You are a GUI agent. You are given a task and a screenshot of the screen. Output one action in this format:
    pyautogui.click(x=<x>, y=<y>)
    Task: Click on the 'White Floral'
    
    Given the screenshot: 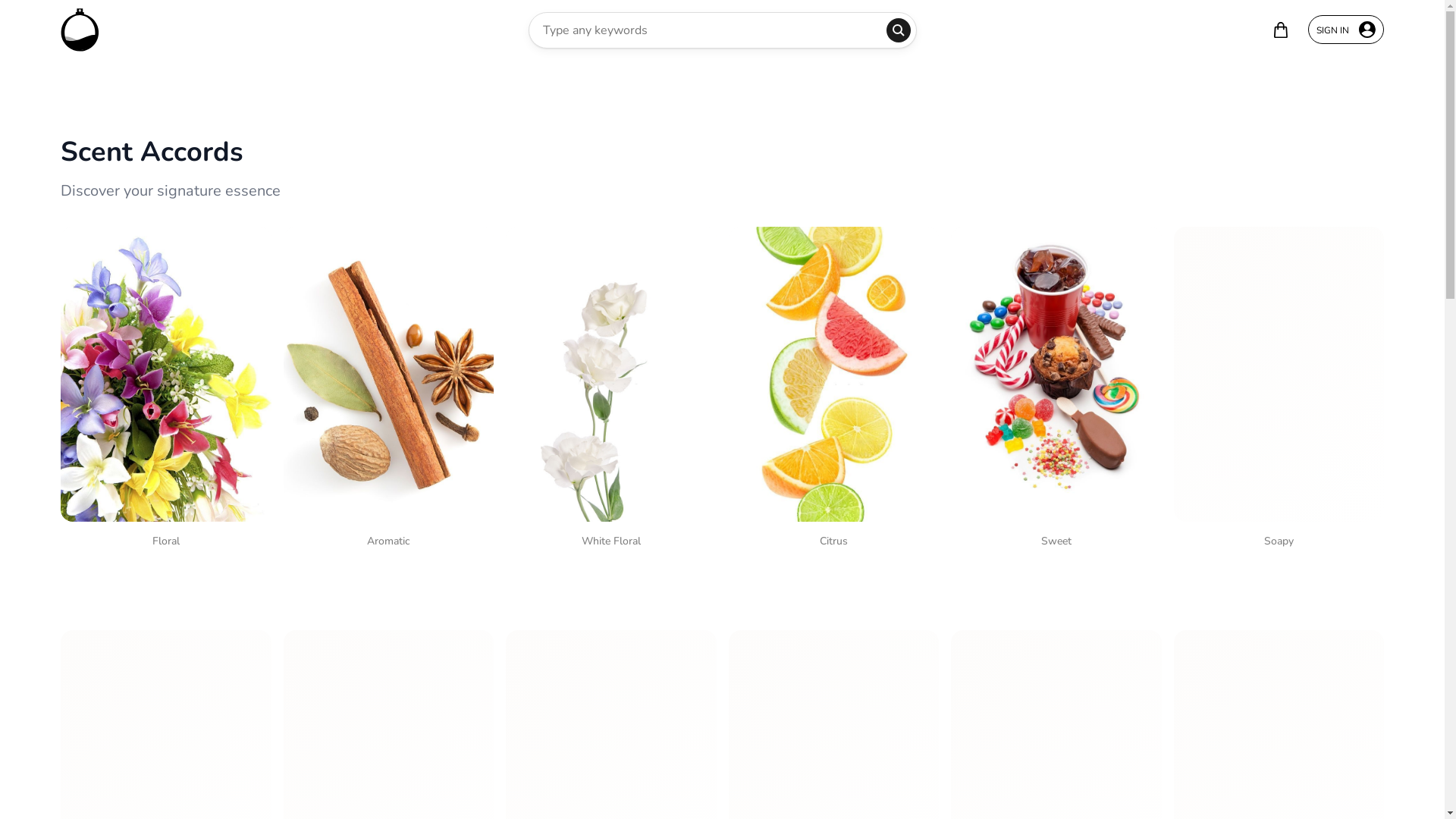 What is the action you would take?
    pyautogui.click(x=611, y=390)
    